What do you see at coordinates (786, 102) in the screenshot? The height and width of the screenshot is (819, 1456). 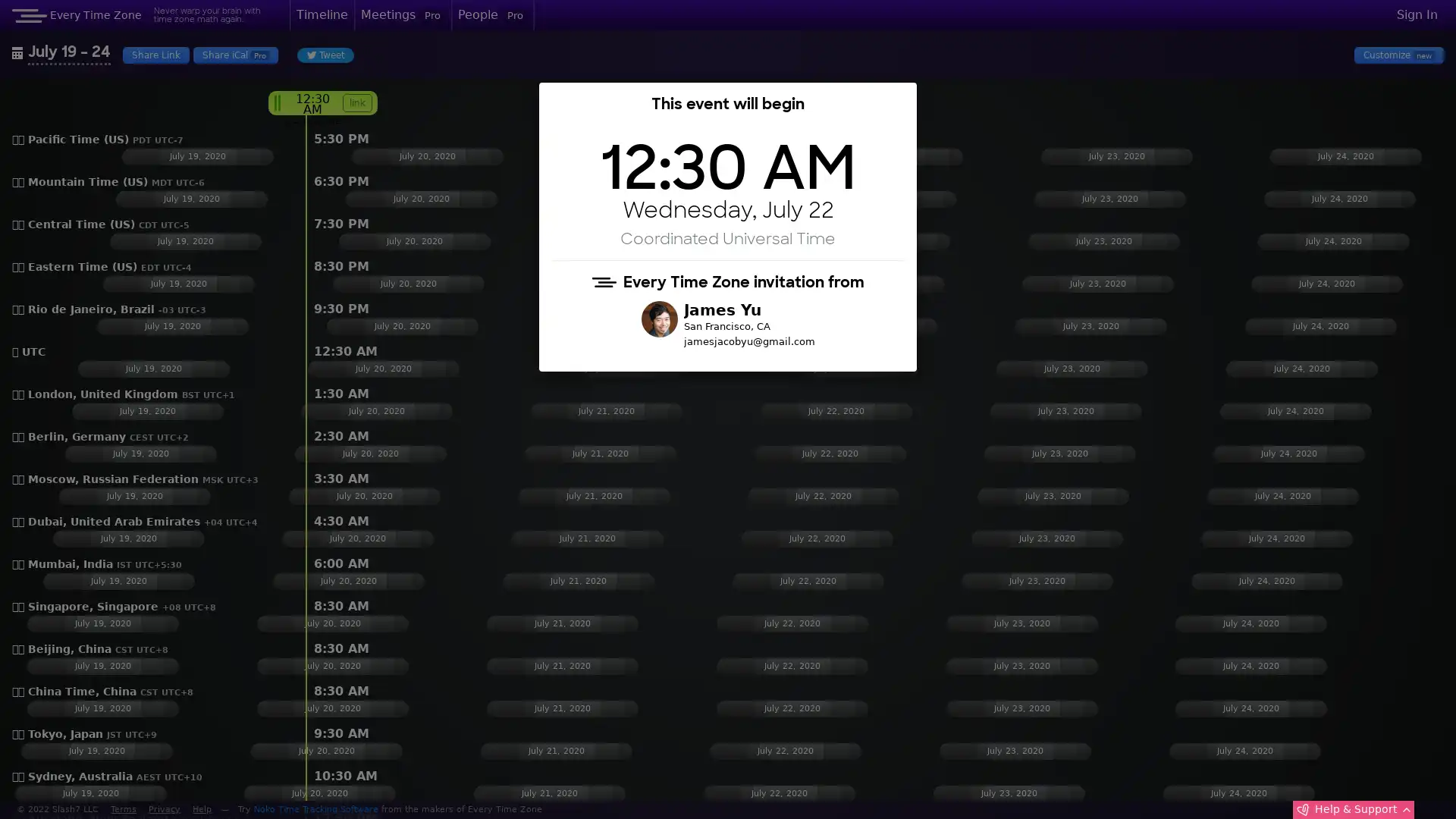 I see `link` at bounding box center [786, 102].